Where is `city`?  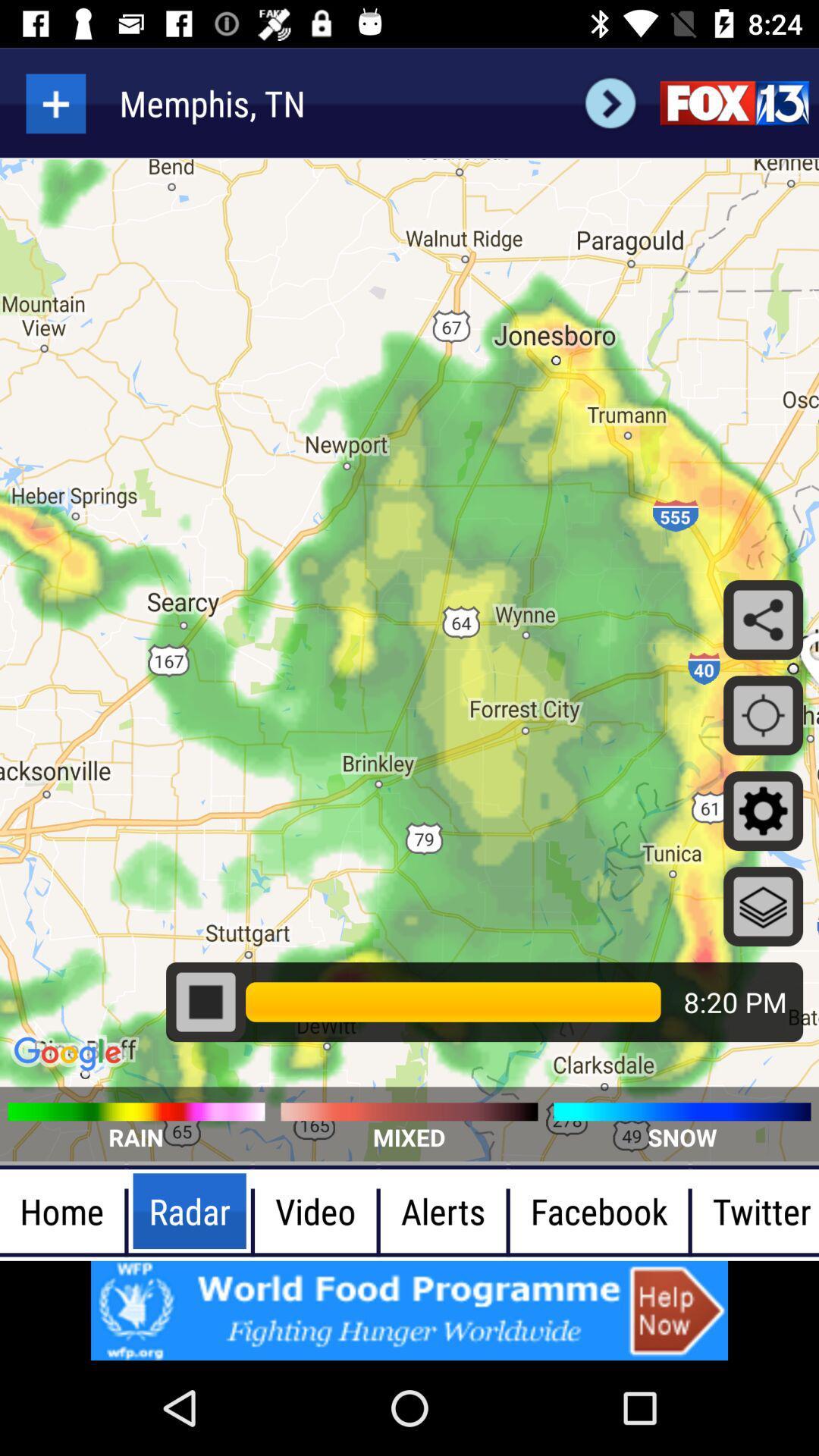
city is located at coordinates (55, 102).